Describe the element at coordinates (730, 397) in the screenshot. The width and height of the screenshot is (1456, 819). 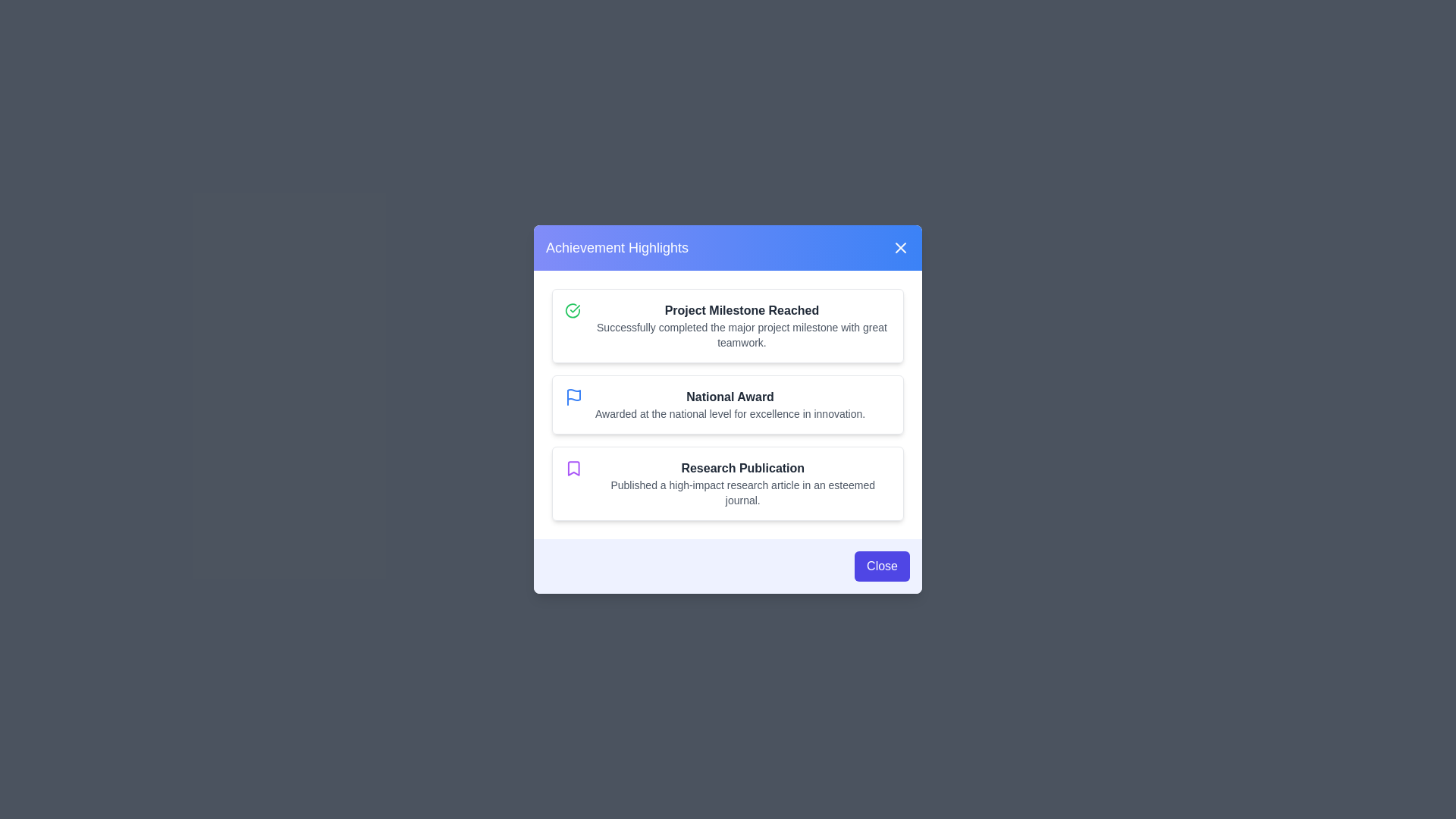
I see `the text label that serves as the title for the second achievement entry, located below 'Achievement Highlights' and above the description starting with 'Awarded at the national level'` at that location.